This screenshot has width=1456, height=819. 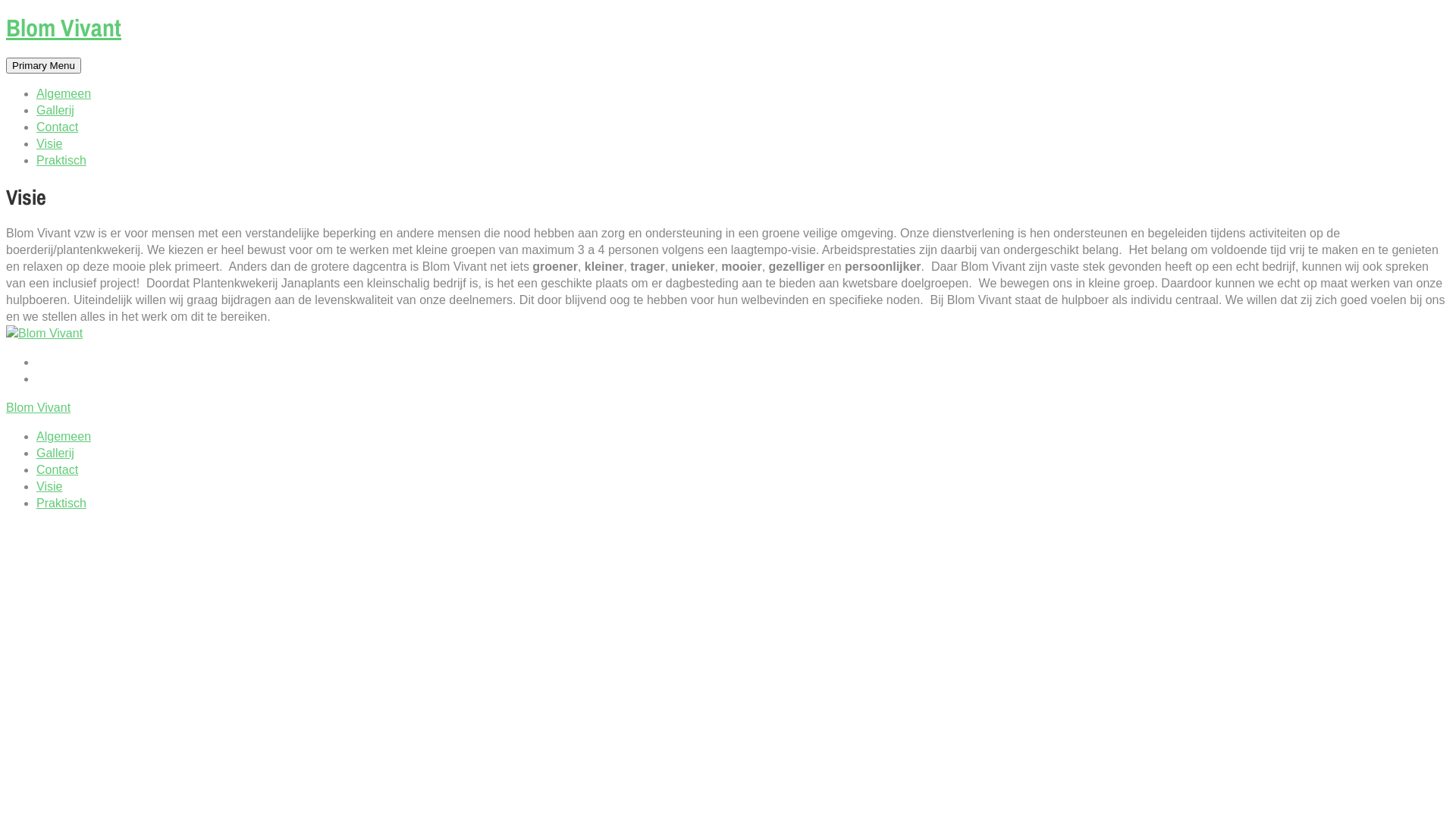 I want to click on 'Blom Vivant', so click(x=62, y=27).